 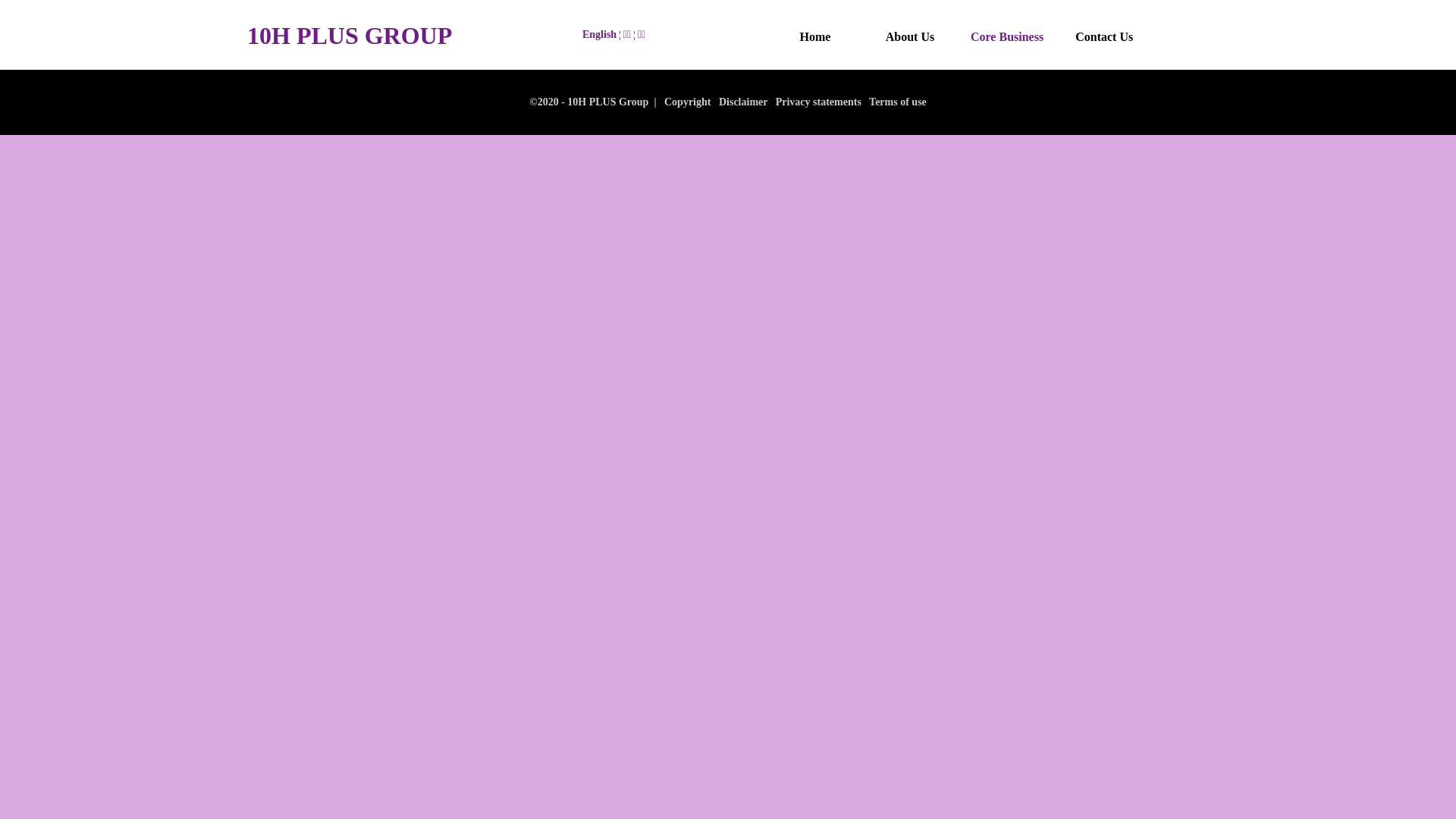 What do you see at coordinates (1103, 36) in the screenshot?
I see `'Contact Us'` at bounding box center [1103, 36].